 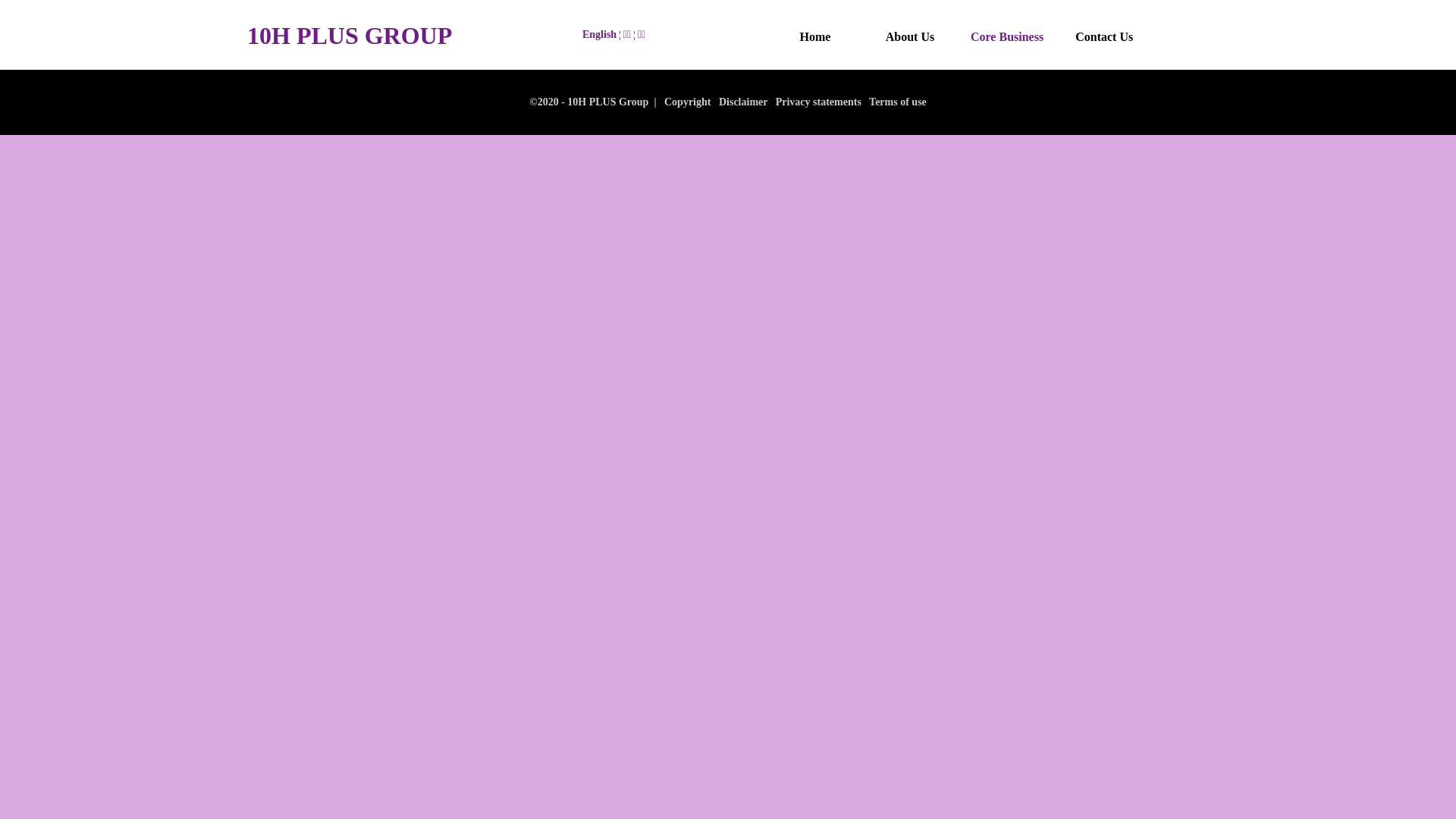 What do you see at coordinates (1103, 36) in the screenshot?
I see `'Contact Us'` at bounding box center [1103, 36].